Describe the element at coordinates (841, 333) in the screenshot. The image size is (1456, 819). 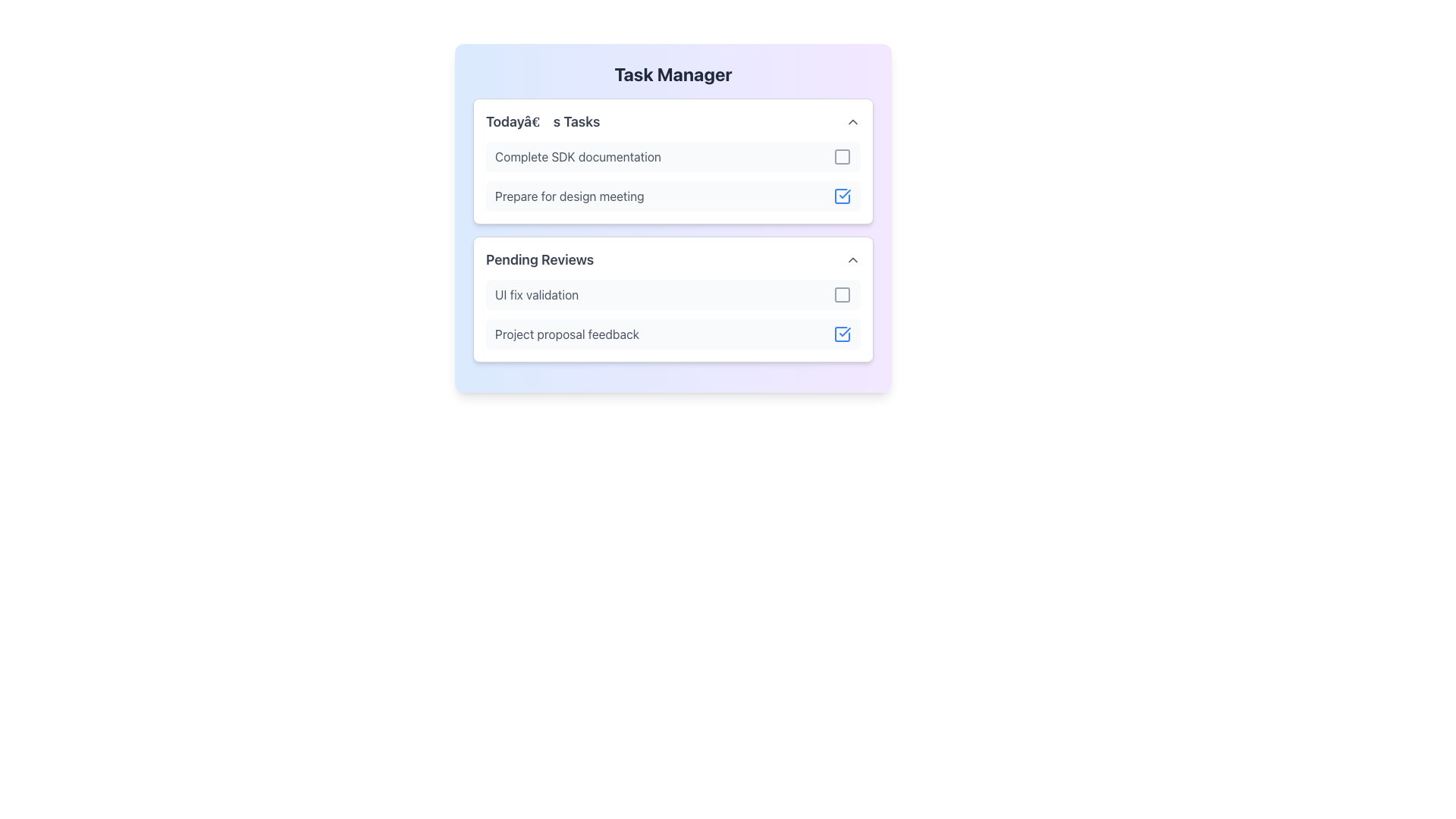
I see `the blue checkbox icon with a checkmark inside located at the far-right side of the 'Project proposal feedback' row` at that location.